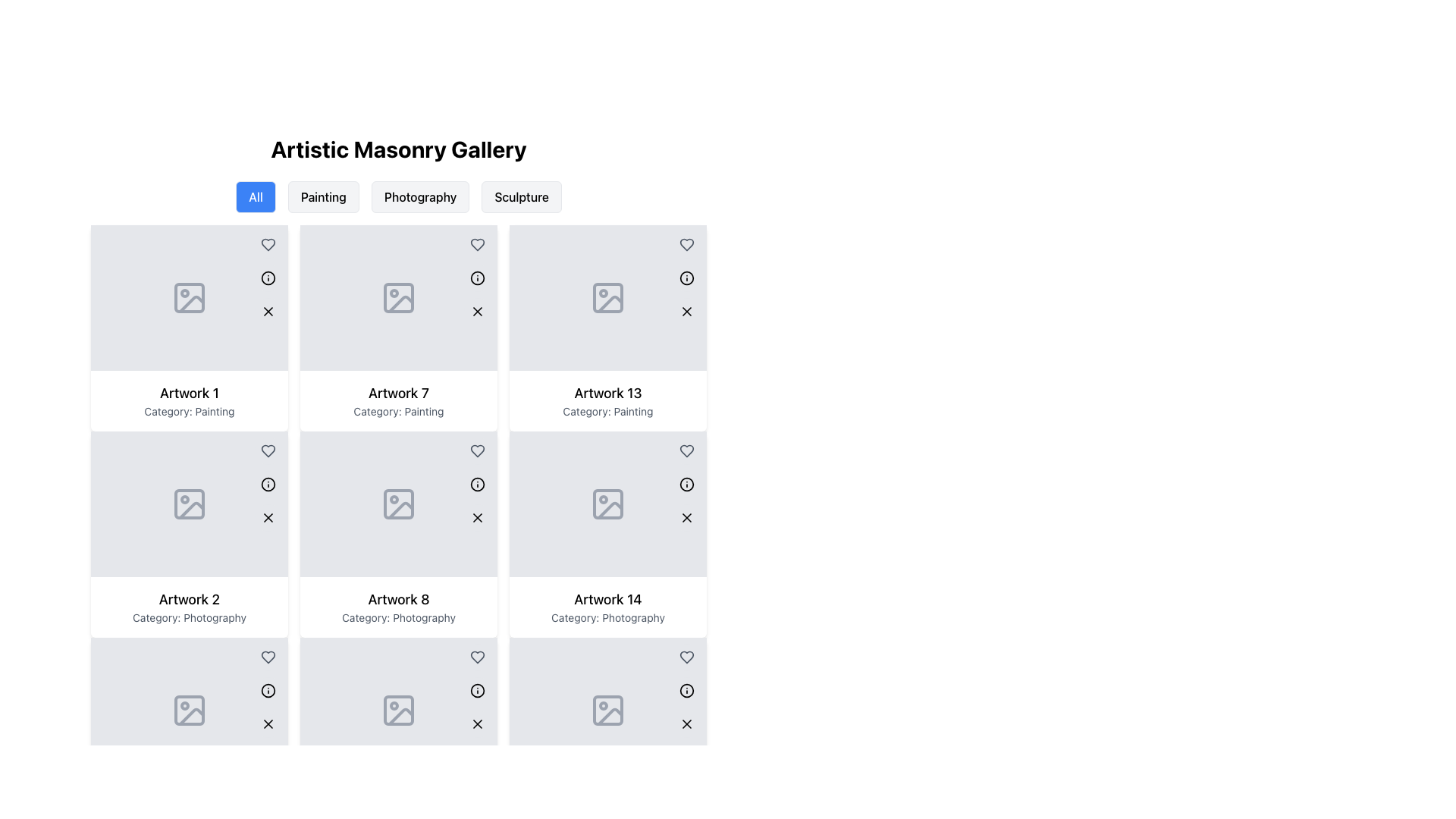 The height and width of the screenshot is (819, 1456). I want to click on the Image Placeholder Icon located in the lower-left corner of the 'Artwork 2 Category: Photography' tile, which features a thin gray outline and rounded corners, so click(188, 711).